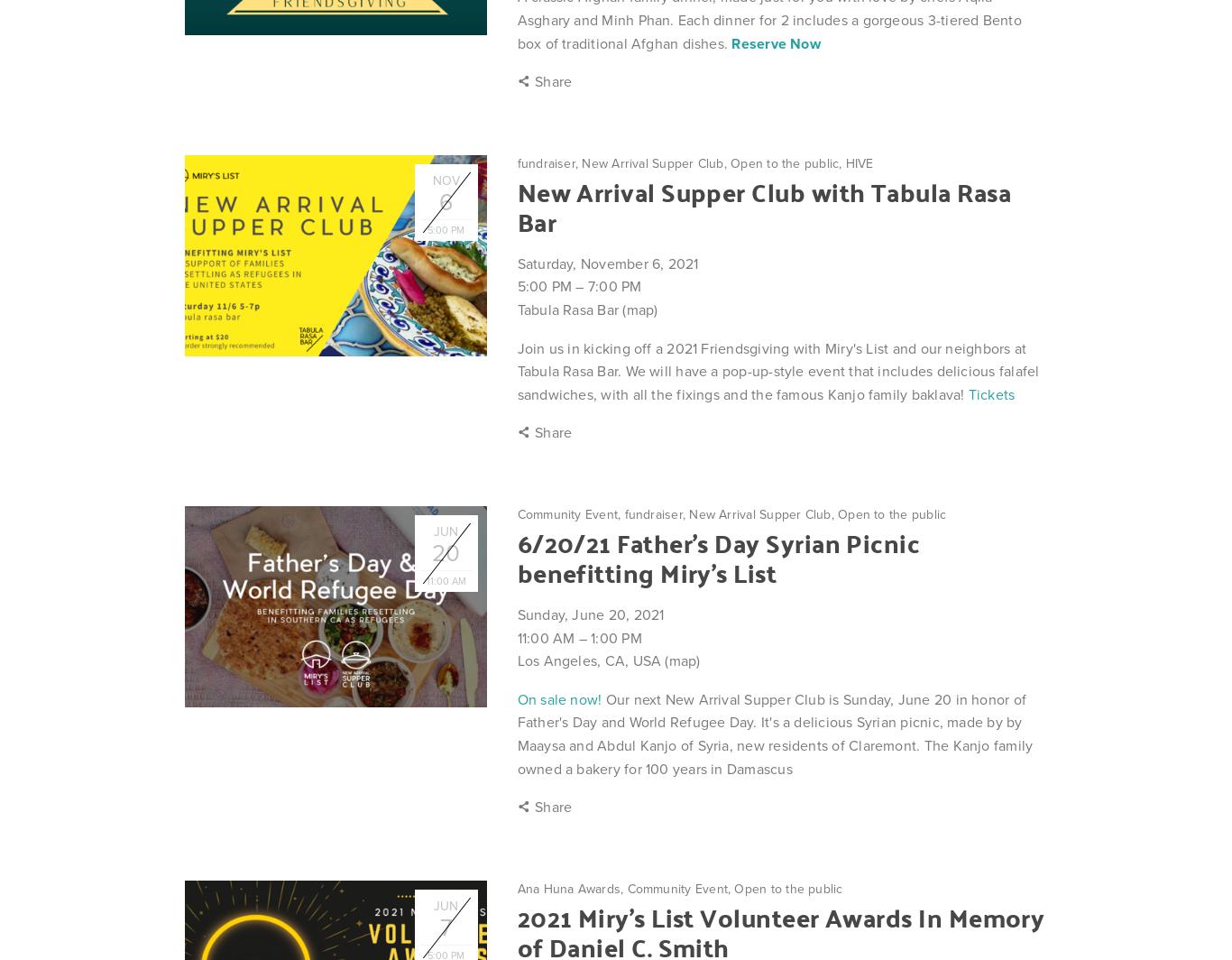  I want to click on '7:00 PM', so click(612, 286).